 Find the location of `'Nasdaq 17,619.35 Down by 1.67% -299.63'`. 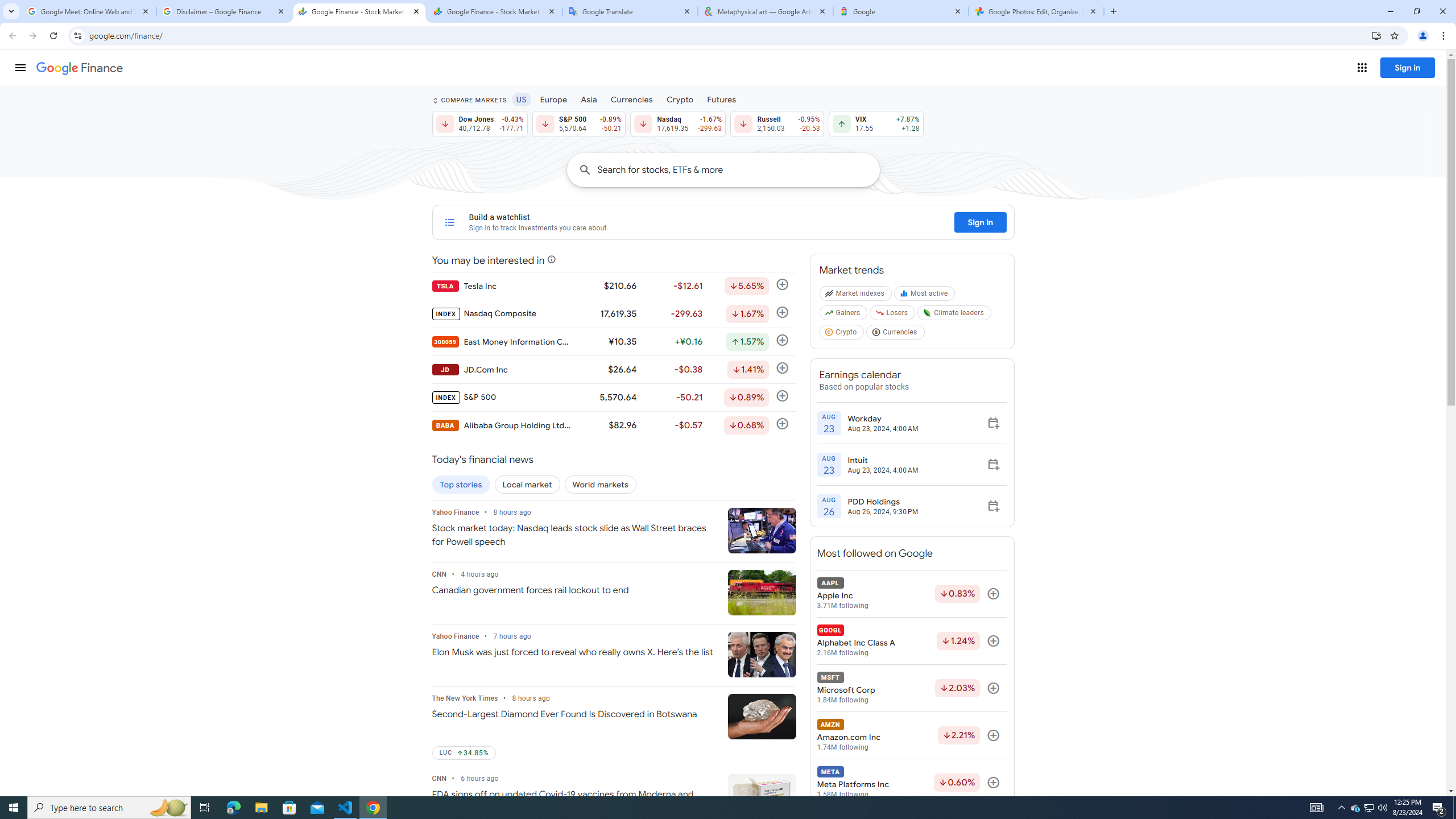

'Nasdaq 17,619.35 Down by 1.67% -299.63' is located at coordinates (677, 123).